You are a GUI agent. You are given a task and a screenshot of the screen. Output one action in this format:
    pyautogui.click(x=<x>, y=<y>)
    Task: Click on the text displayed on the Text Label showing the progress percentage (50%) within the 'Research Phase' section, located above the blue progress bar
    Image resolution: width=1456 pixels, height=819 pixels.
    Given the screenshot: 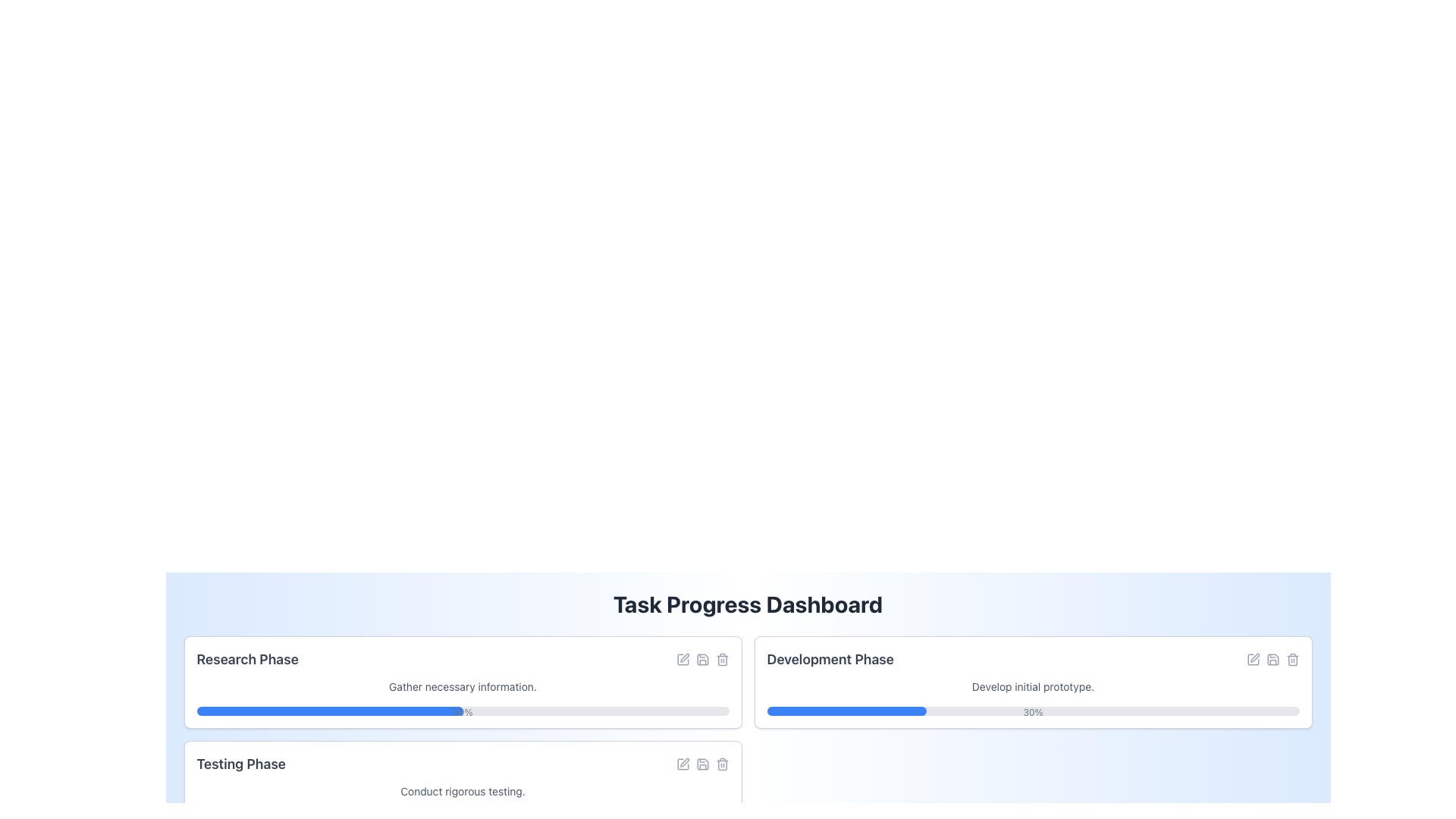 What is the action you would take?
    pyautogui.click(x=462, y=713)
    